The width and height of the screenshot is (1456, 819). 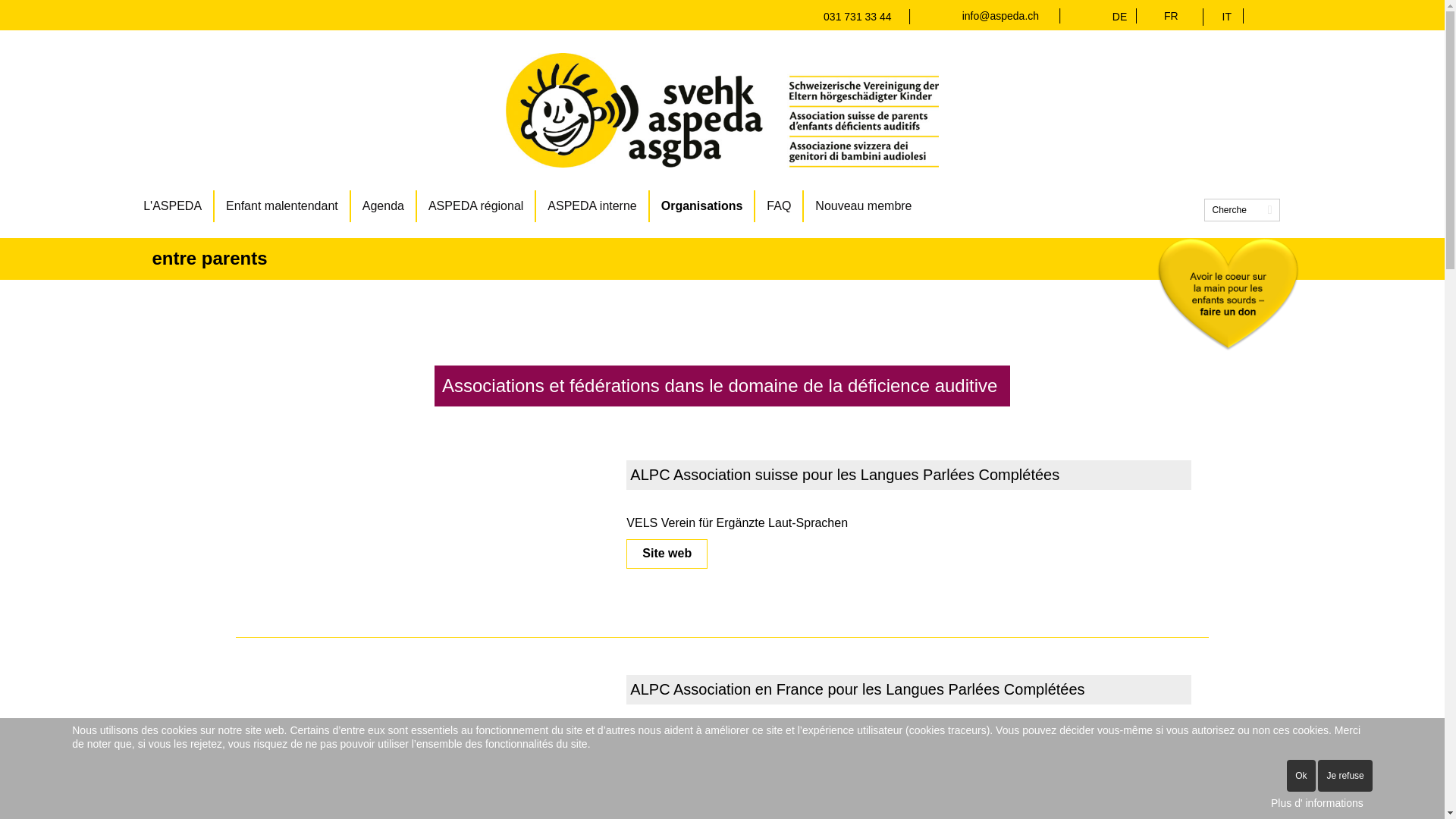 I want to click on 'FAQ', so click(x=779, y=206).